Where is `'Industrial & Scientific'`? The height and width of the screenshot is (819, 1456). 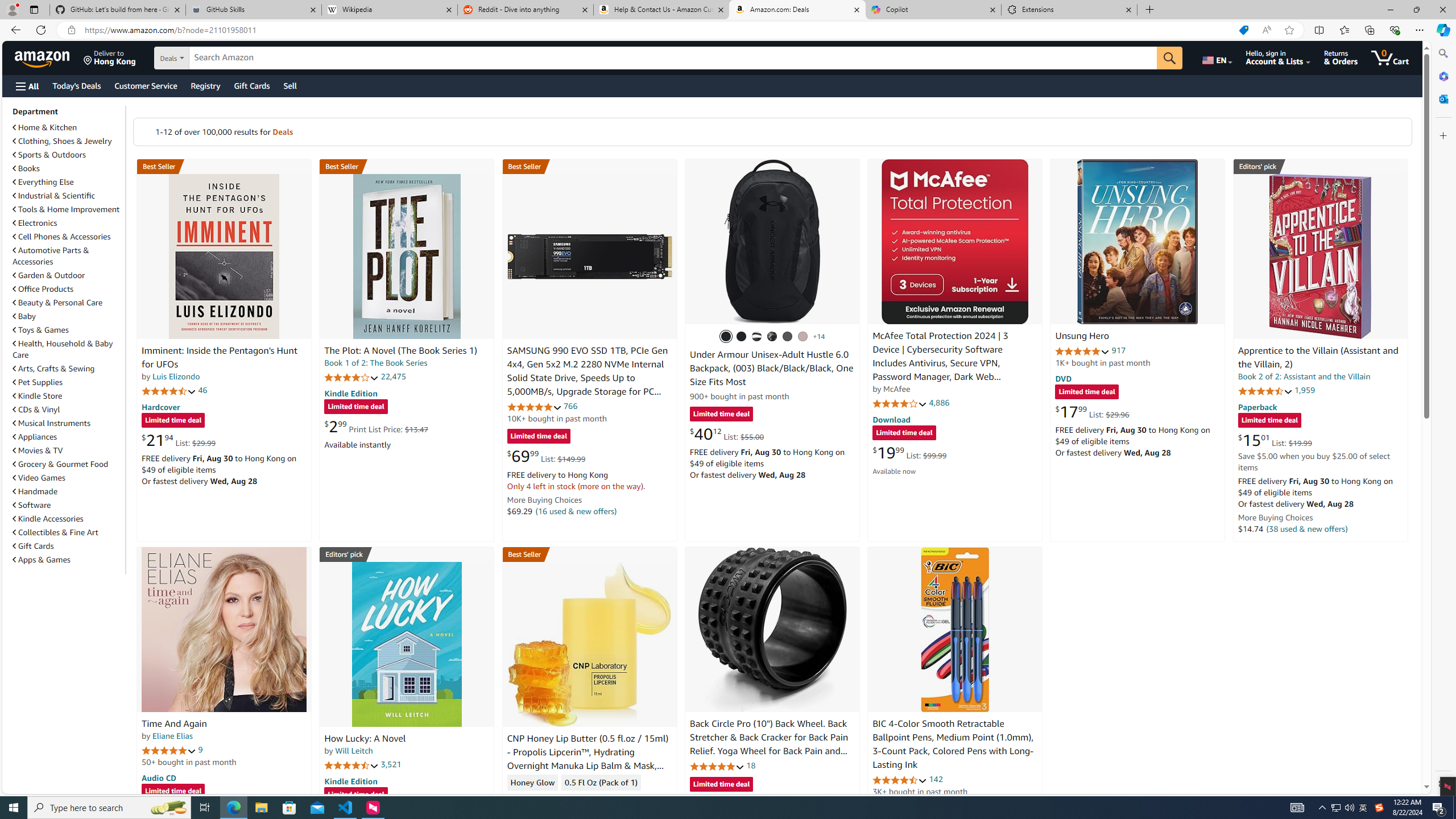 'Industrial & Scientific' is located at coordinates (67, 196).